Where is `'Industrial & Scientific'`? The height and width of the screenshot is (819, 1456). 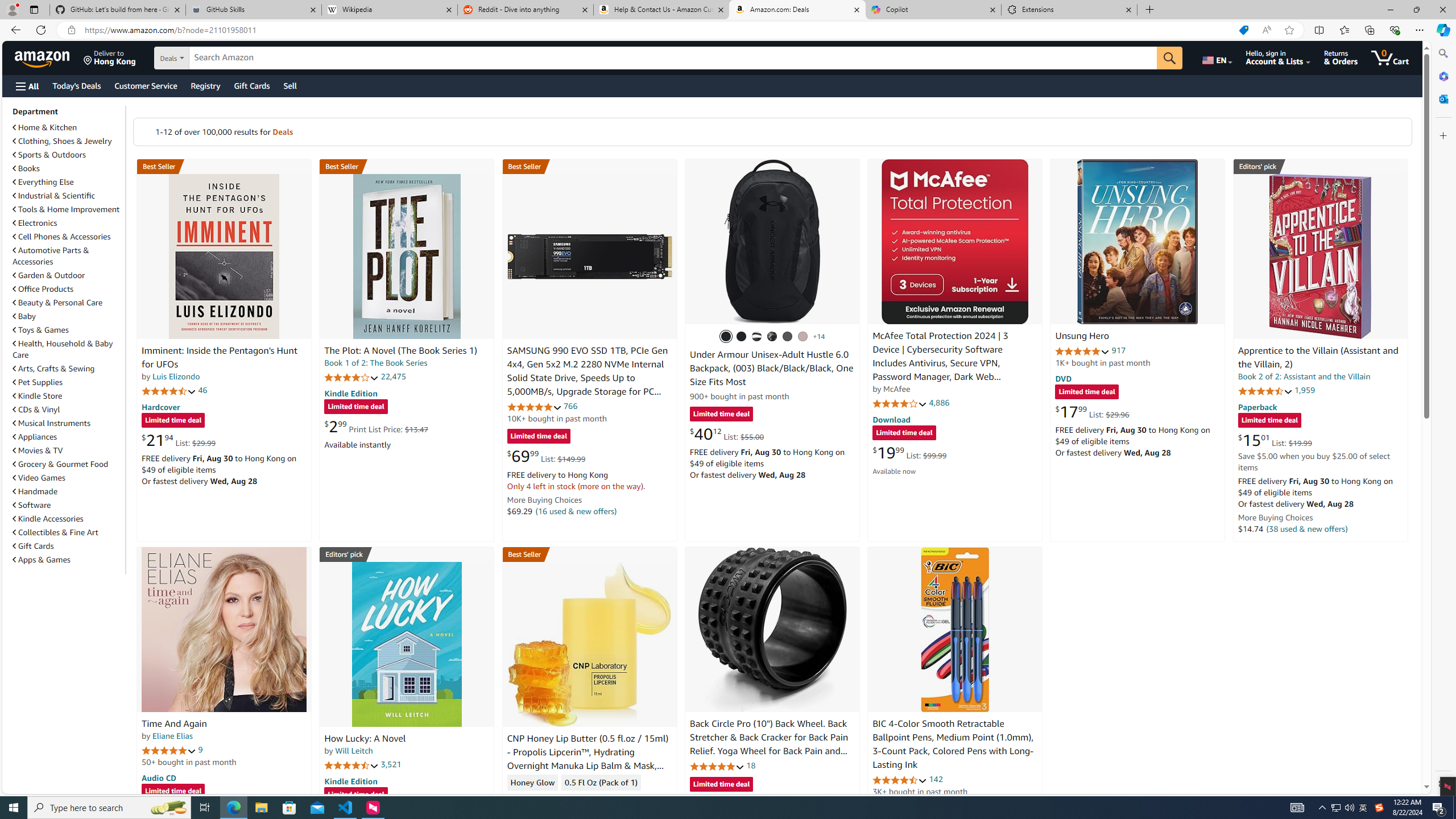 'Industrial & Scientific' is located at coordinates (67, 196).